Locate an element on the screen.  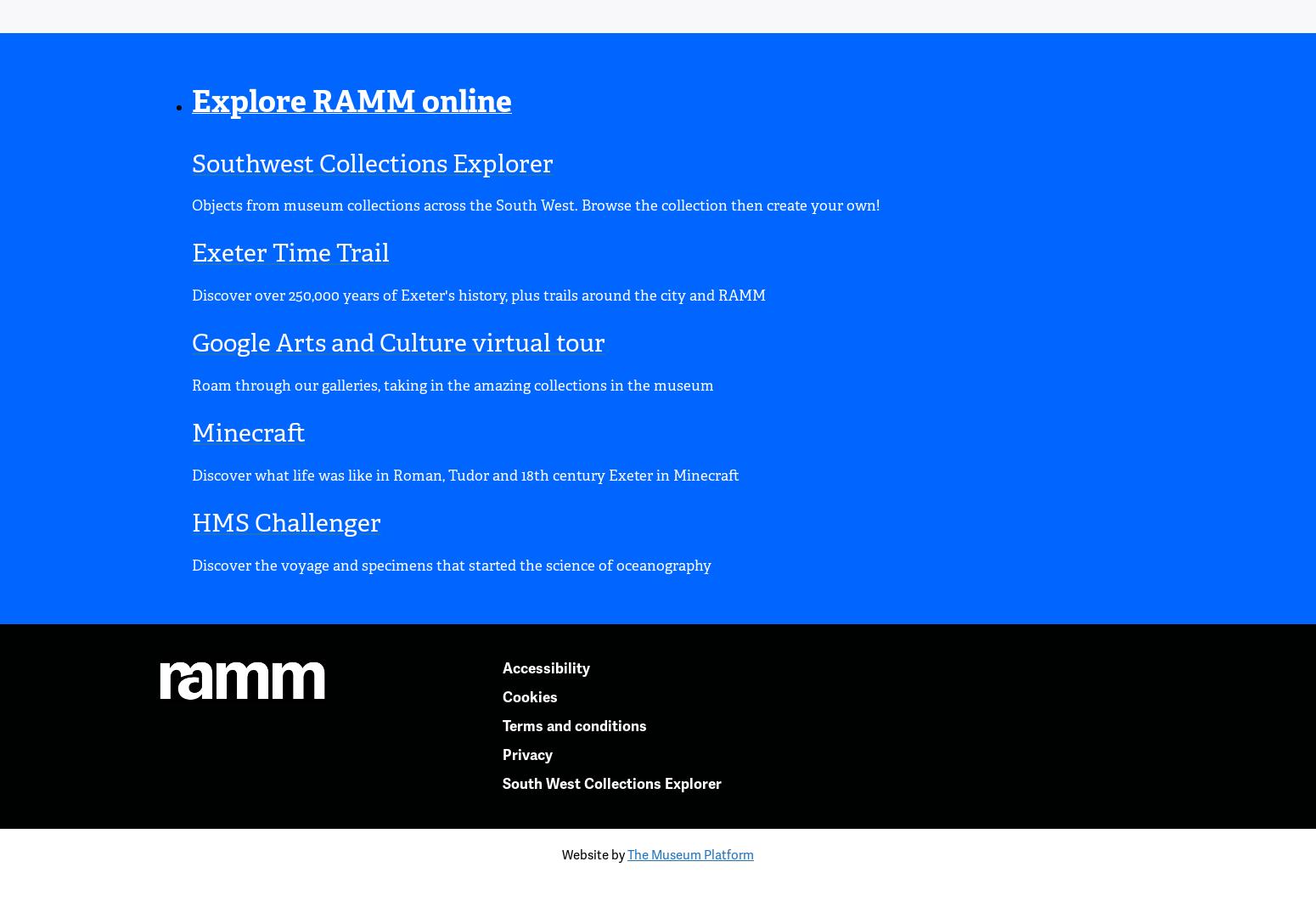
'Accessibility' is located at coordinates (544, 667).